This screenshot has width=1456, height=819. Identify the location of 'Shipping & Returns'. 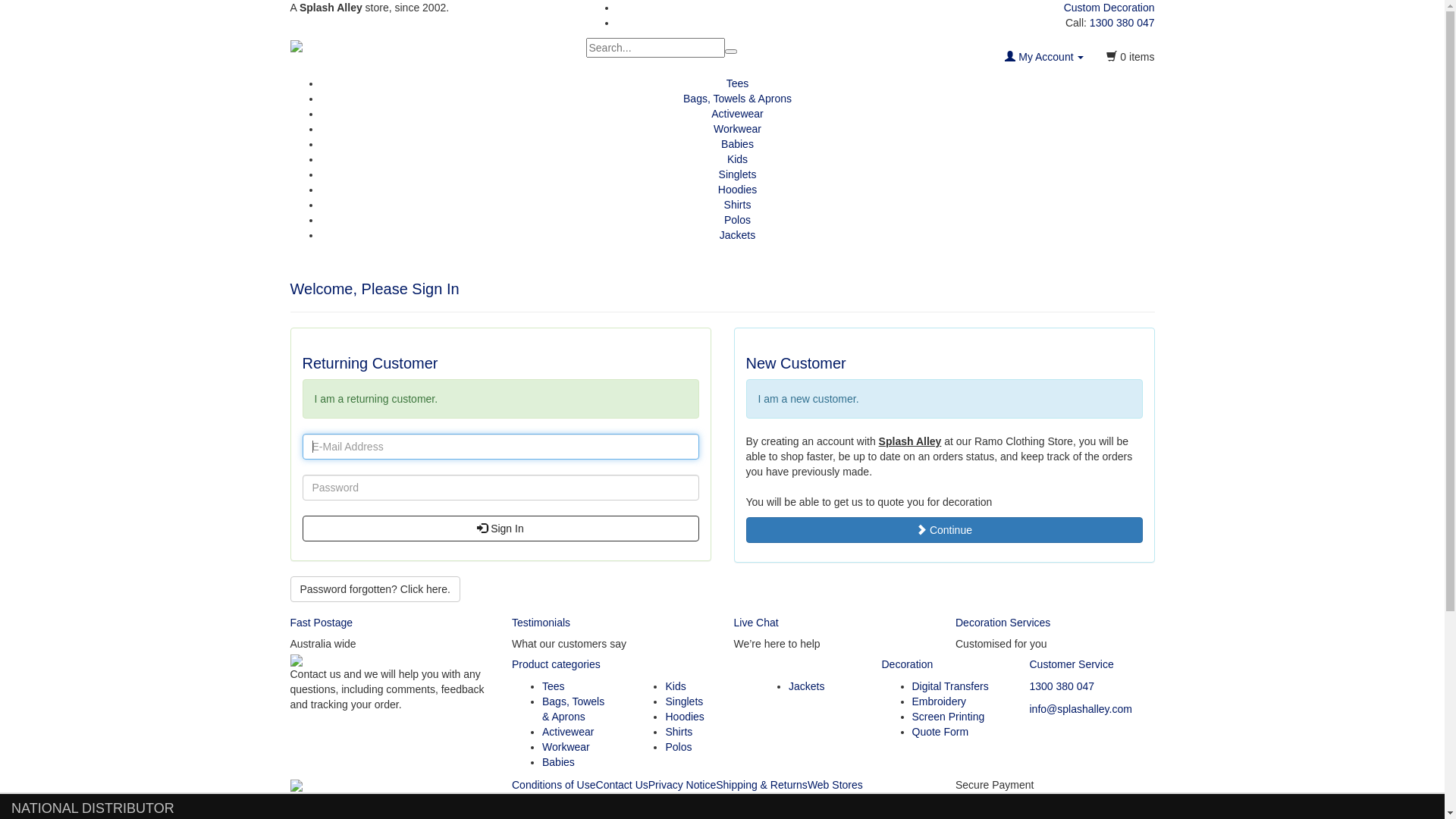
(761, 784).